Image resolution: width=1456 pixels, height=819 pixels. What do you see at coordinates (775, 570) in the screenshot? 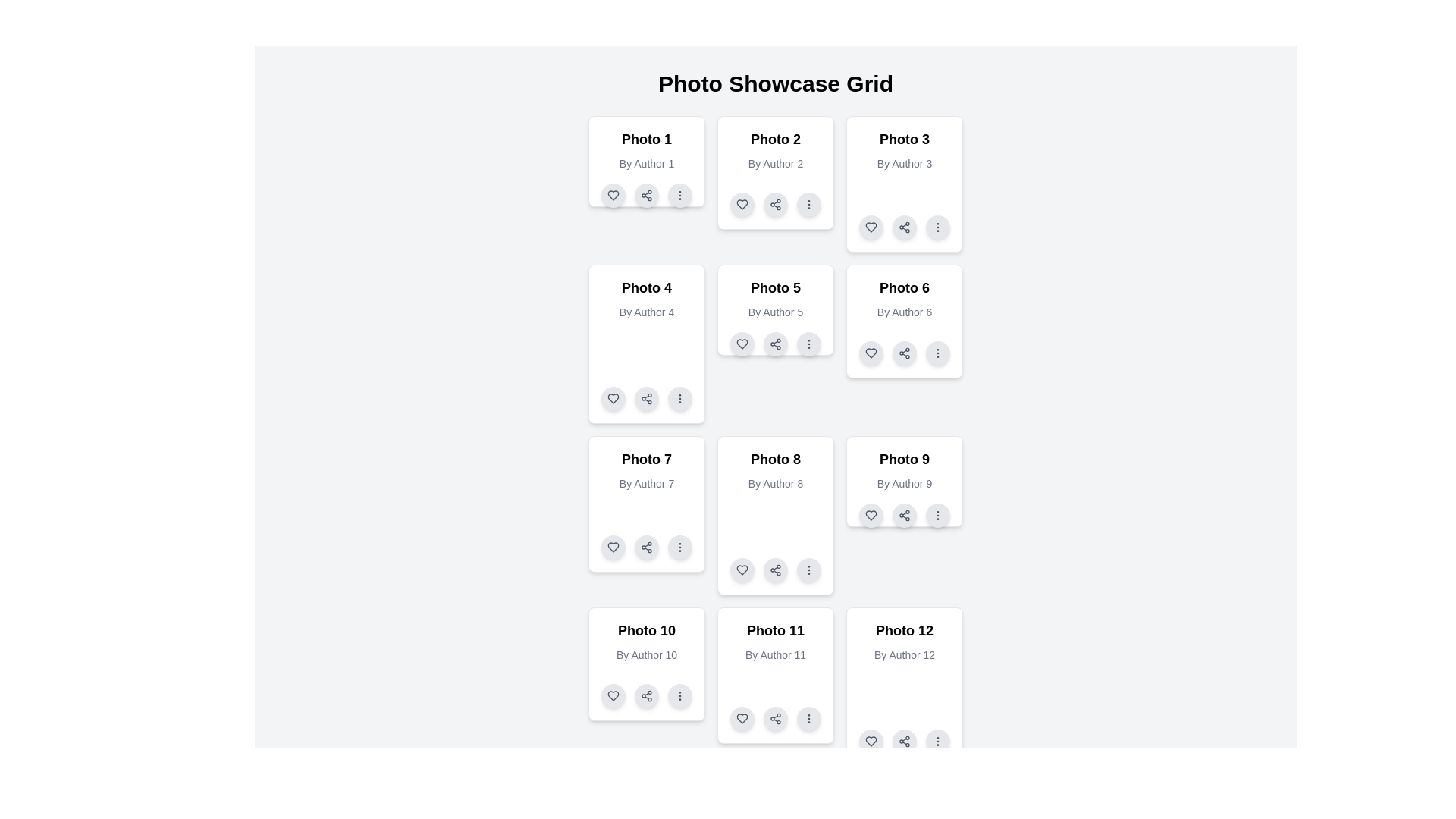
I see `the 'share' icon button located at the bottom center of the 'Photo 8' card` at bounding box center [775, 570].